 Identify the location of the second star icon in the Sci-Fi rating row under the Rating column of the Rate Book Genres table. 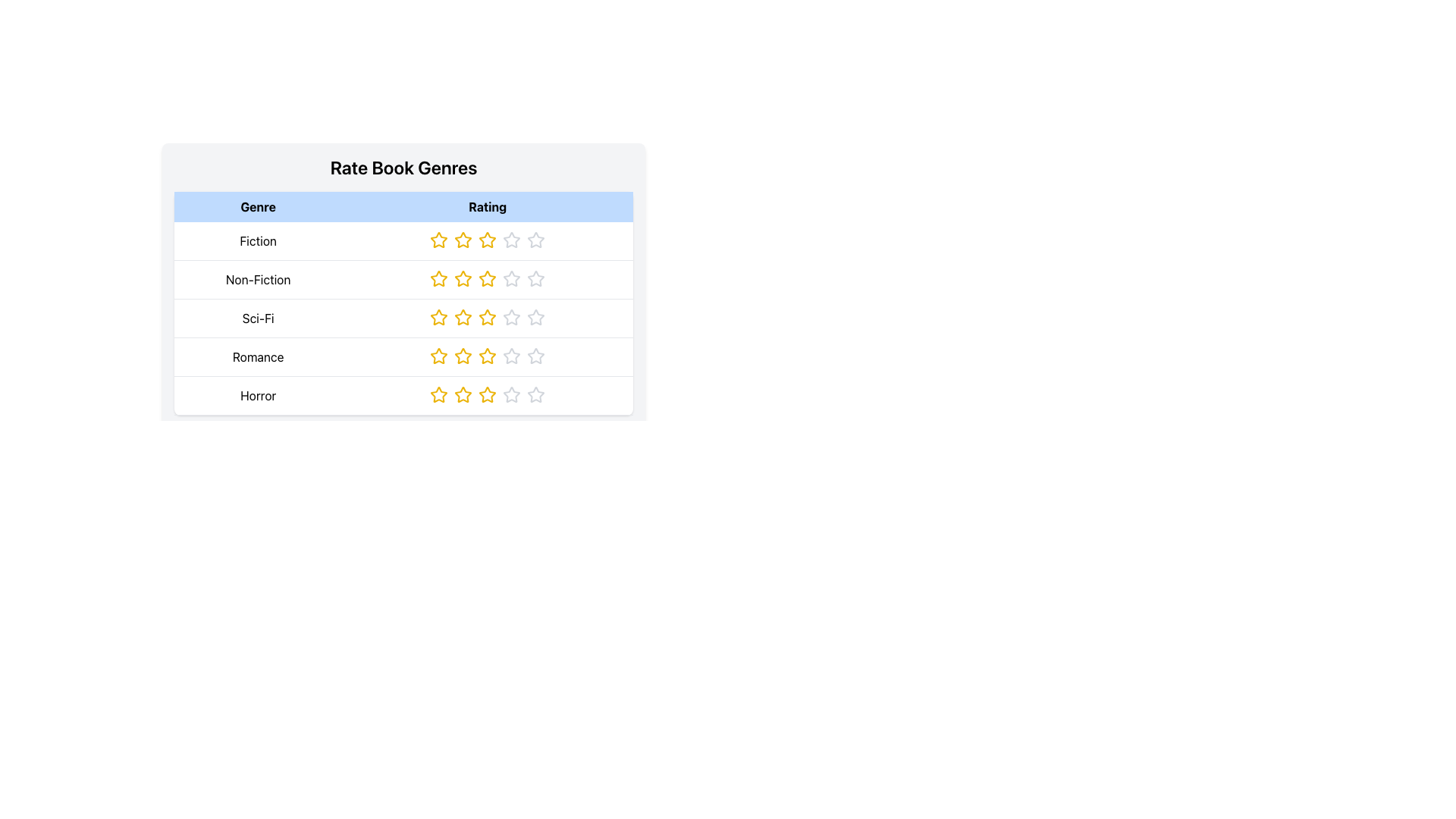
(438, 316).